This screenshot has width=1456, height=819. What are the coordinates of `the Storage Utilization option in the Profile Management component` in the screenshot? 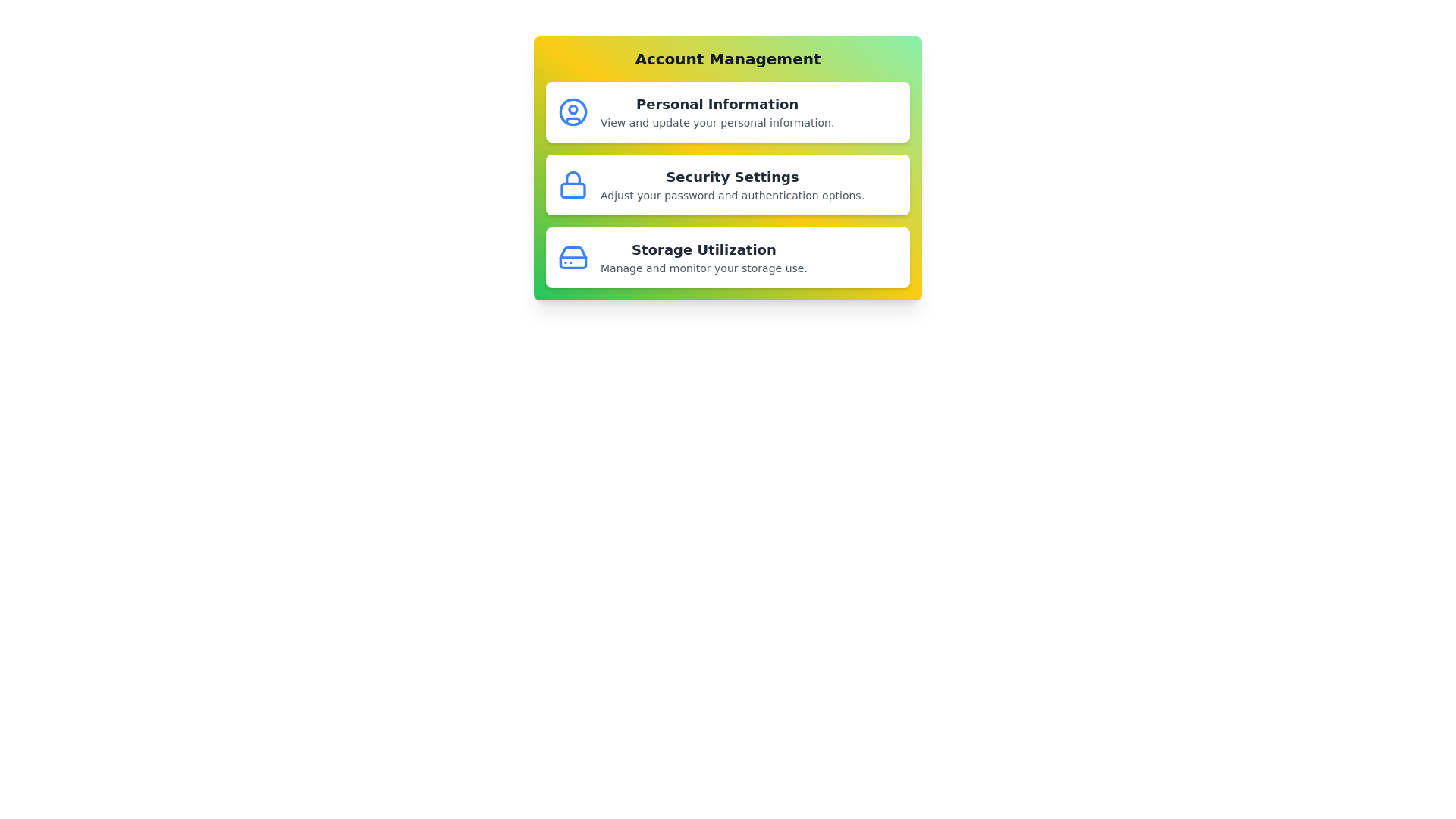 It's located at (728, 256).